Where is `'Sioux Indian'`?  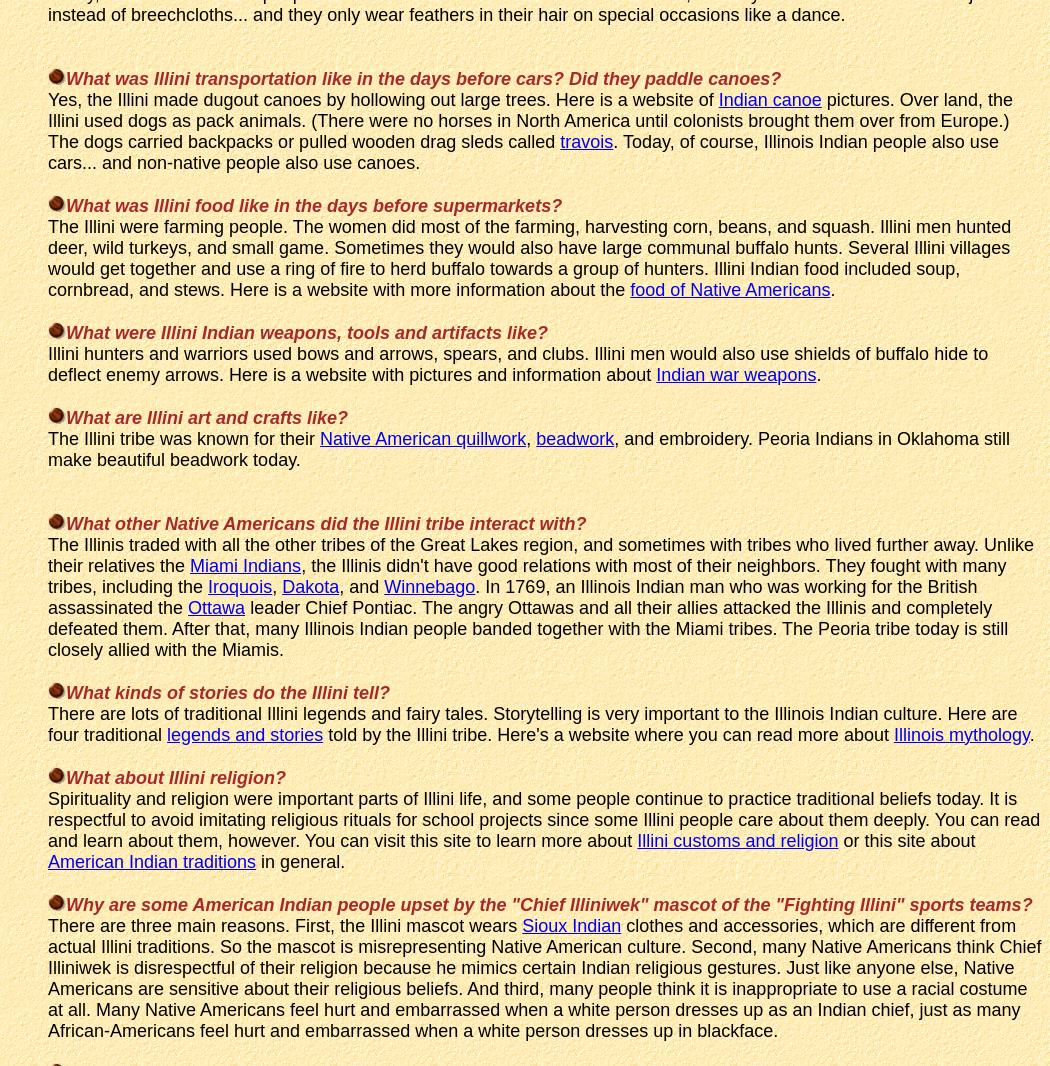 'Sioux Indian' is located at coordinates (570, 924).